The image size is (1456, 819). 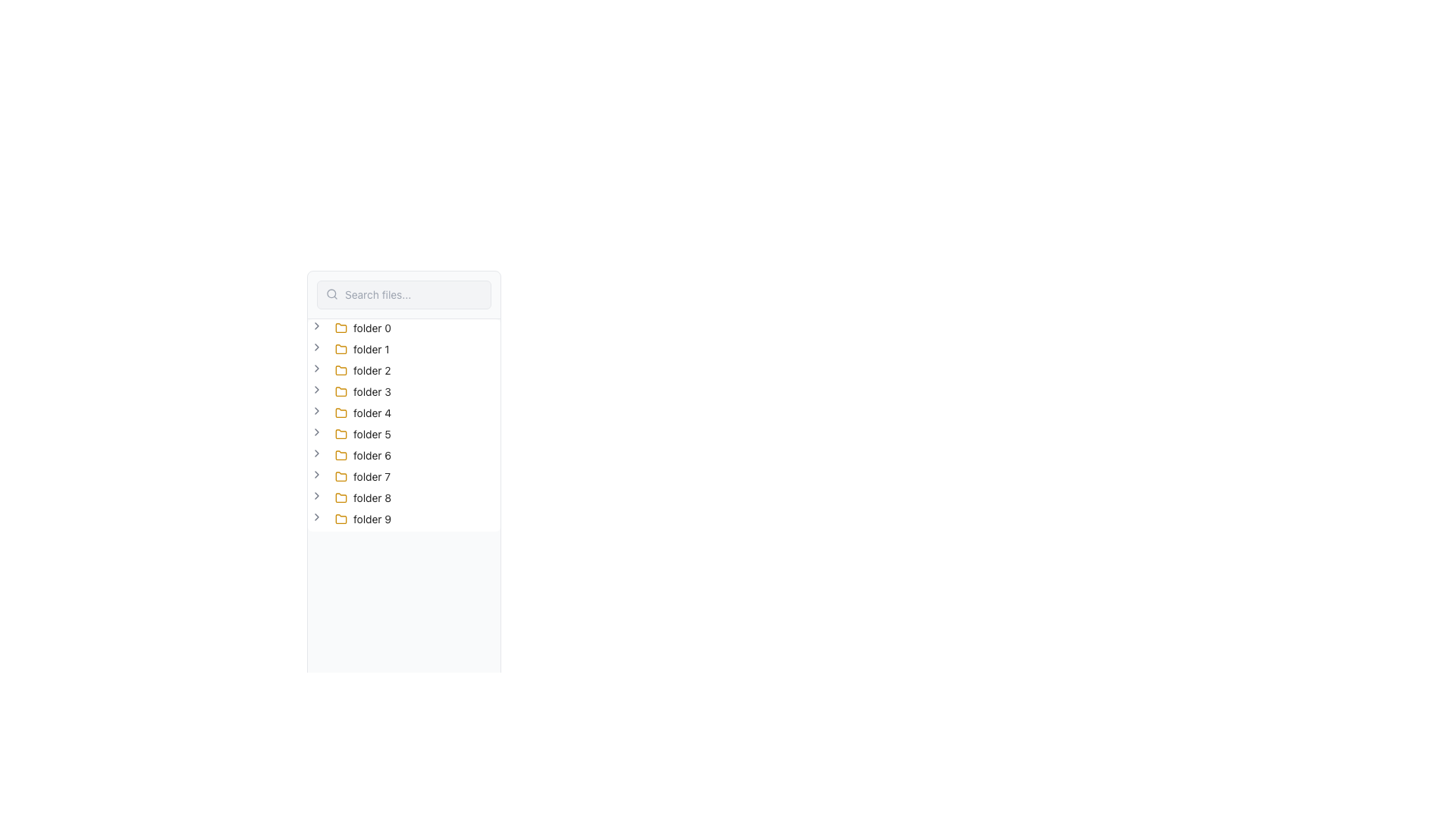 What do you see at coordinates (362, 519) in the screenshot?
I see `the label with icon representing the last folder item` at bounding box center [362, 519].